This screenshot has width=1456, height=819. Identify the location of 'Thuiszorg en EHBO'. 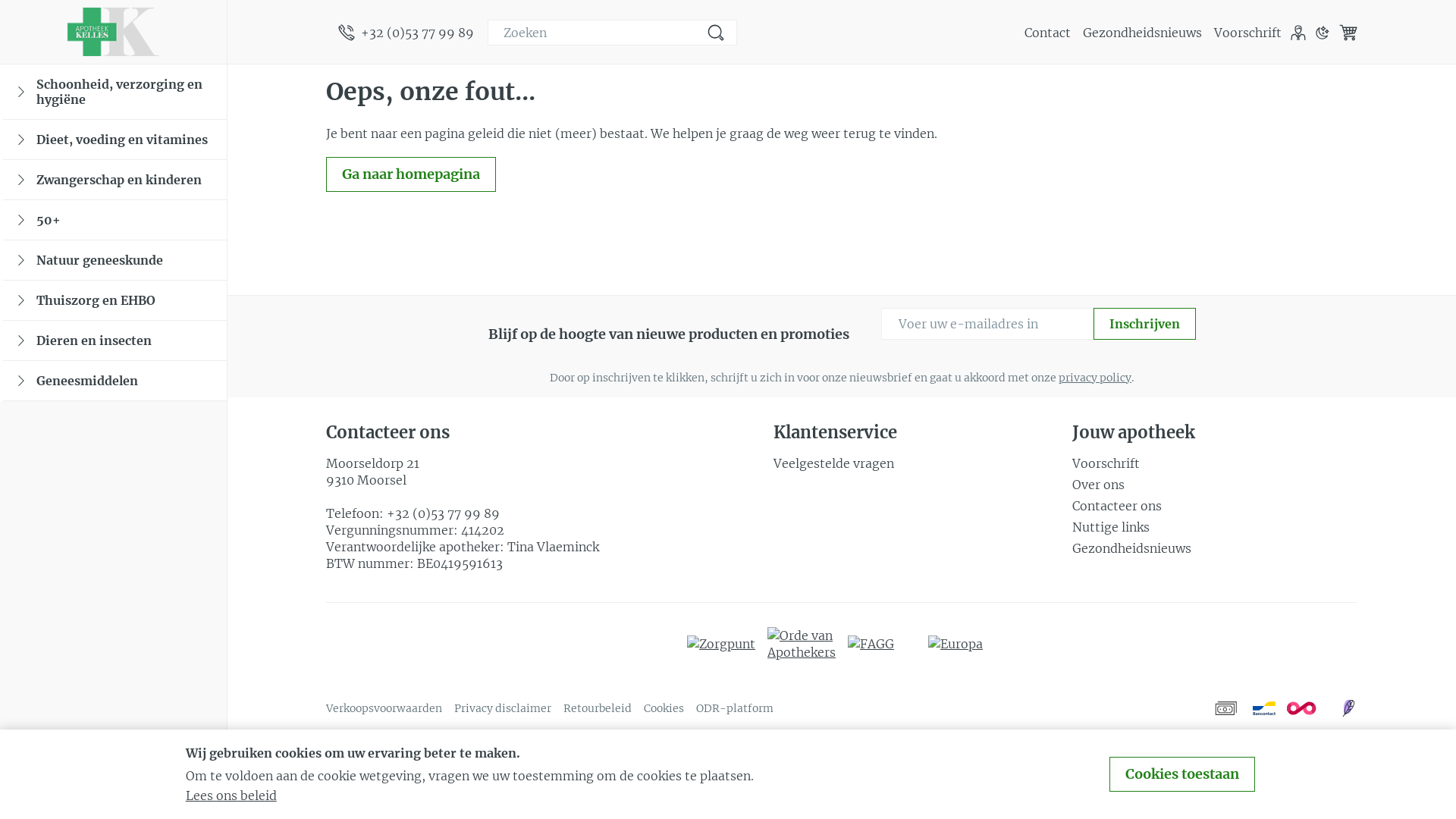
(114, 300).